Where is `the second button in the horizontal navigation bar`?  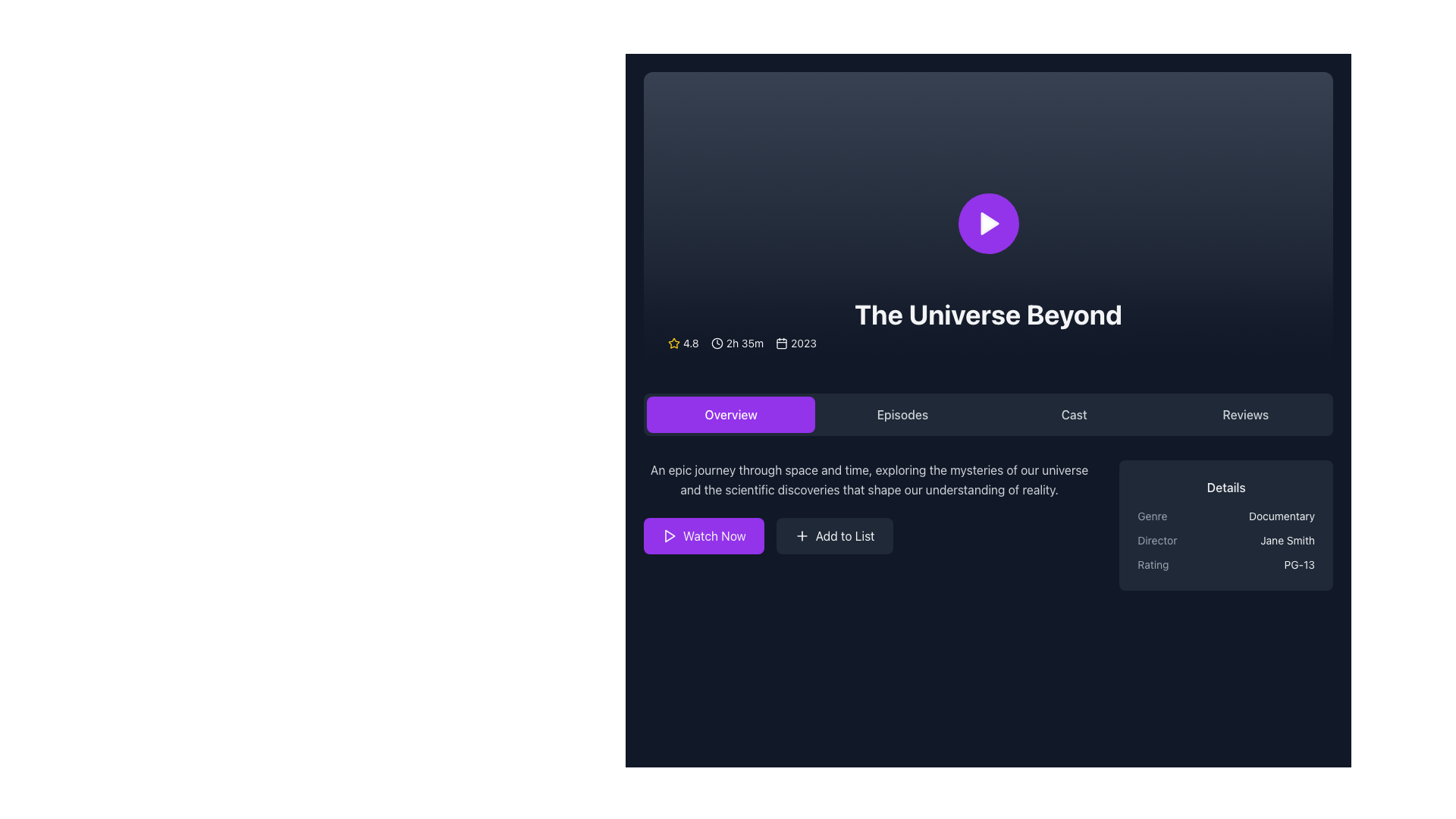 the second button in the horizontal navigation bar is located at coordinates (902, 415).